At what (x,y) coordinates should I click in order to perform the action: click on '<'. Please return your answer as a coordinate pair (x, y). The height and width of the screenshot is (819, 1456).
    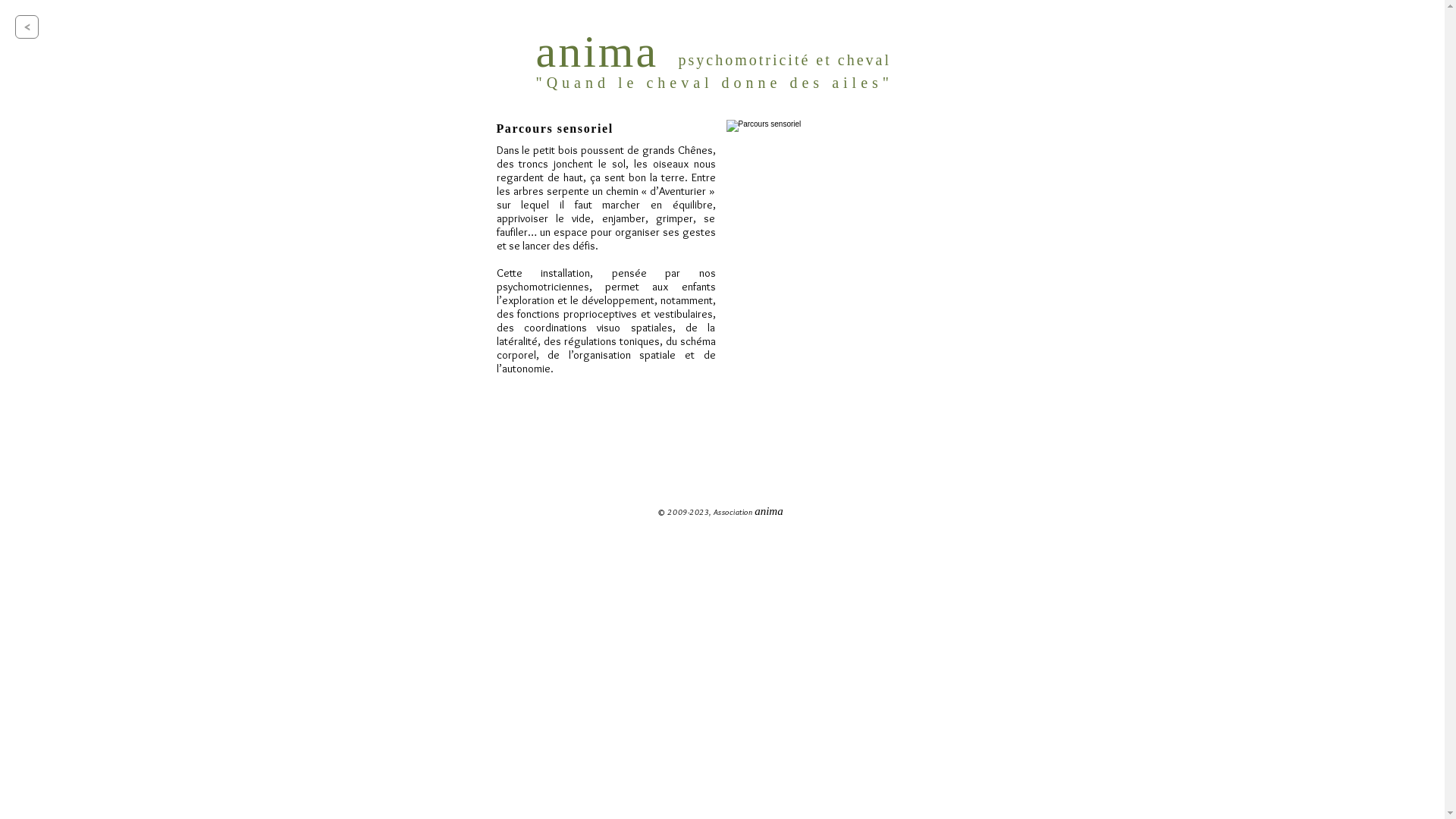
    Looking at the image, I should click on (14, 27).